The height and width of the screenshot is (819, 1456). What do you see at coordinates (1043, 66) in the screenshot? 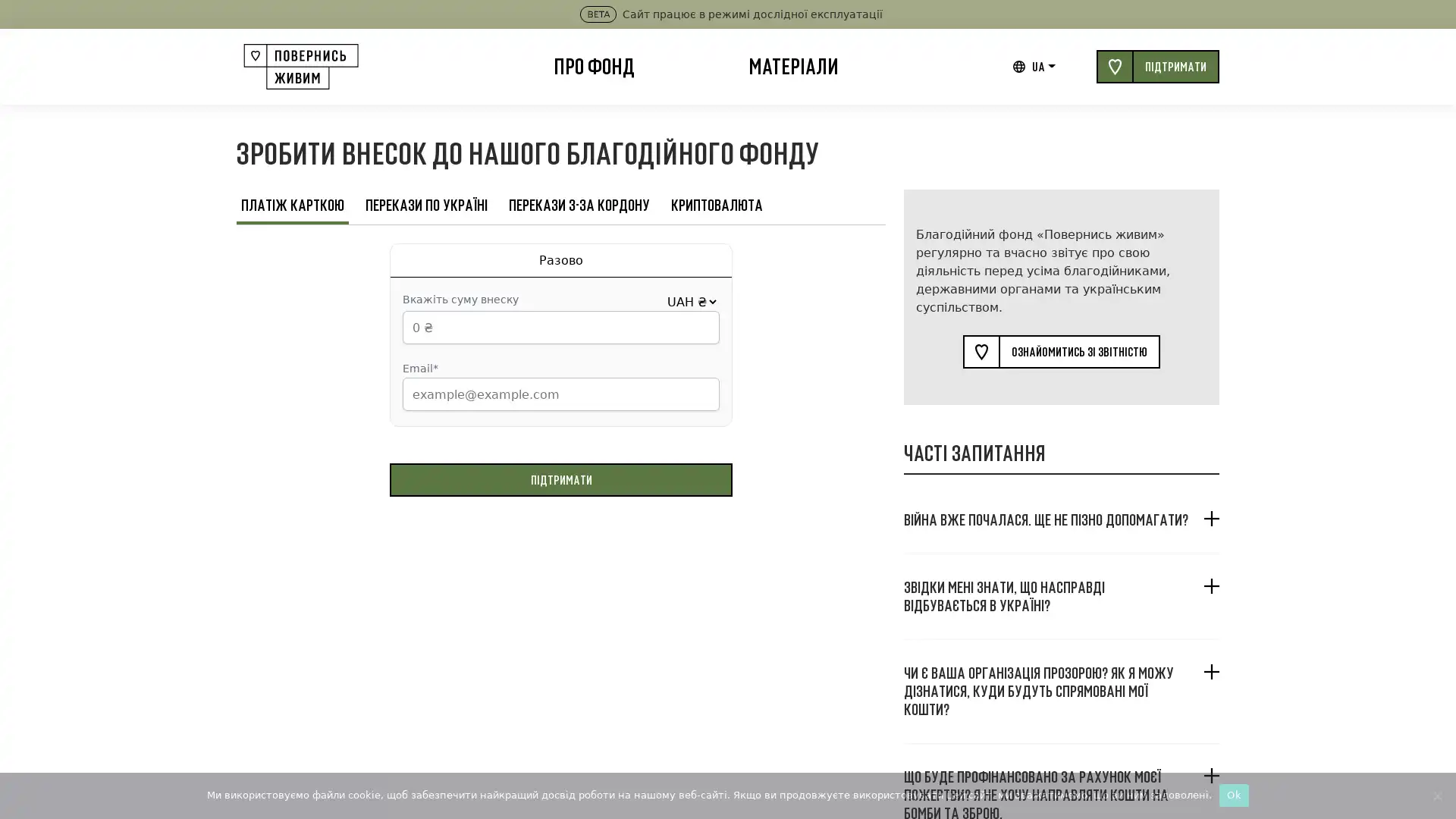
I see `UA` at bounding box center [1043, 66].